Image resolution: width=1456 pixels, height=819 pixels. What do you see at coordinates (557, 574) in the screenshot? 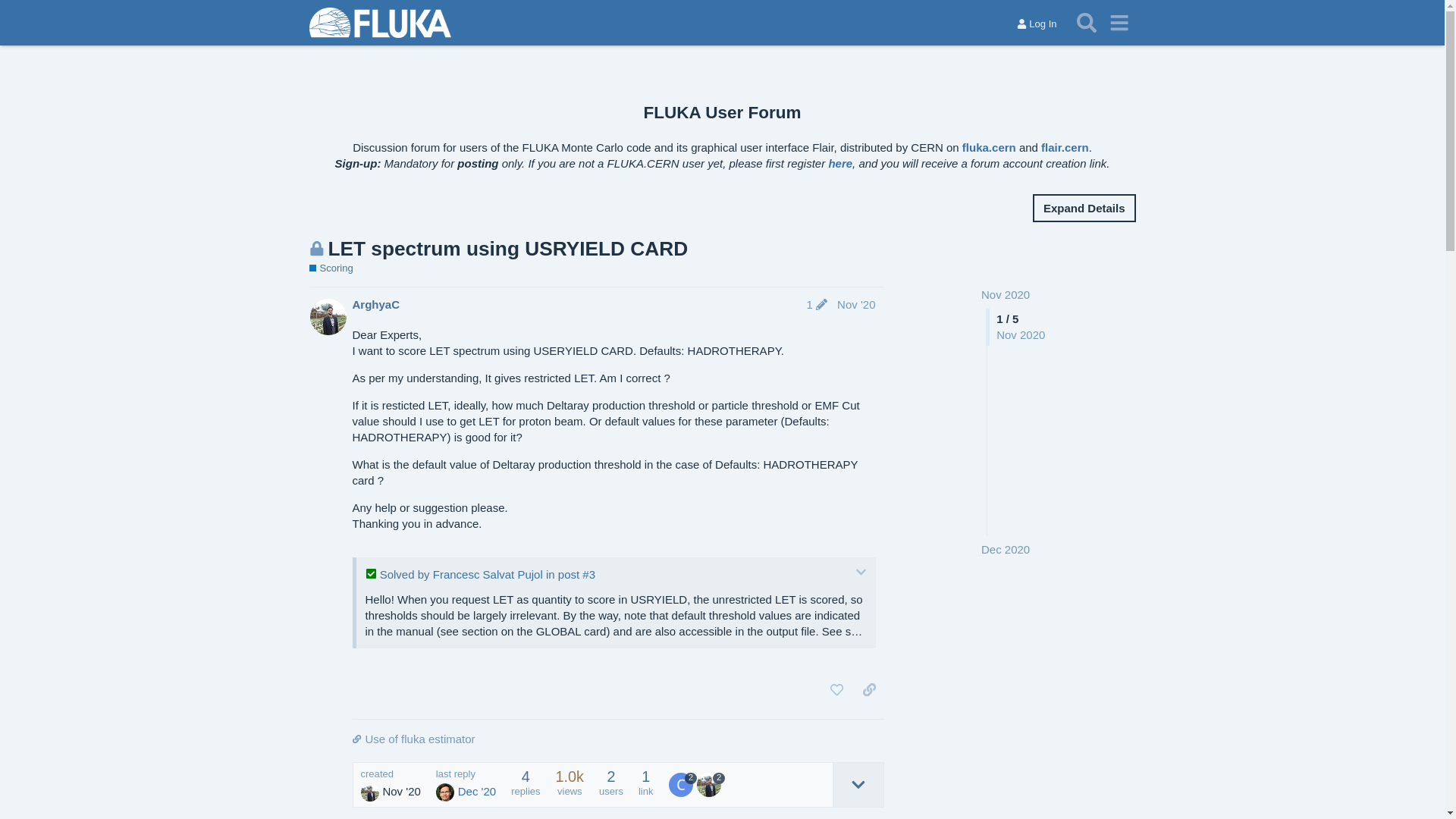
I see `'post #3'` at bounding box center [557, 574].